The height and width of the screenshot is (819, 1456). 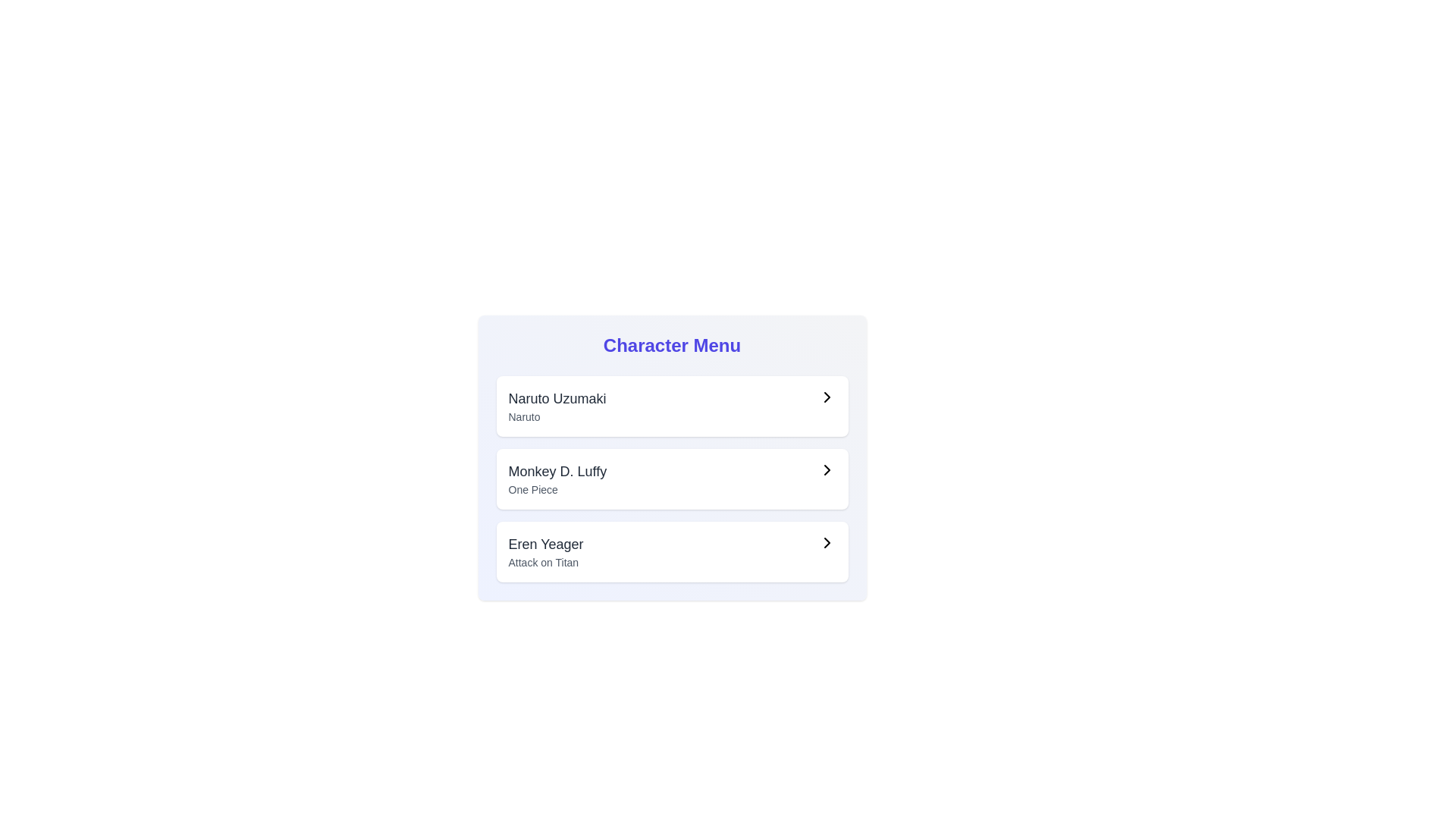 I want to click on the chevron icon indicating expandable options in the 'Character Menu' list, aligned with 'Eren Yeager' and 'Attack on Titan', so click(x=826, y=542).